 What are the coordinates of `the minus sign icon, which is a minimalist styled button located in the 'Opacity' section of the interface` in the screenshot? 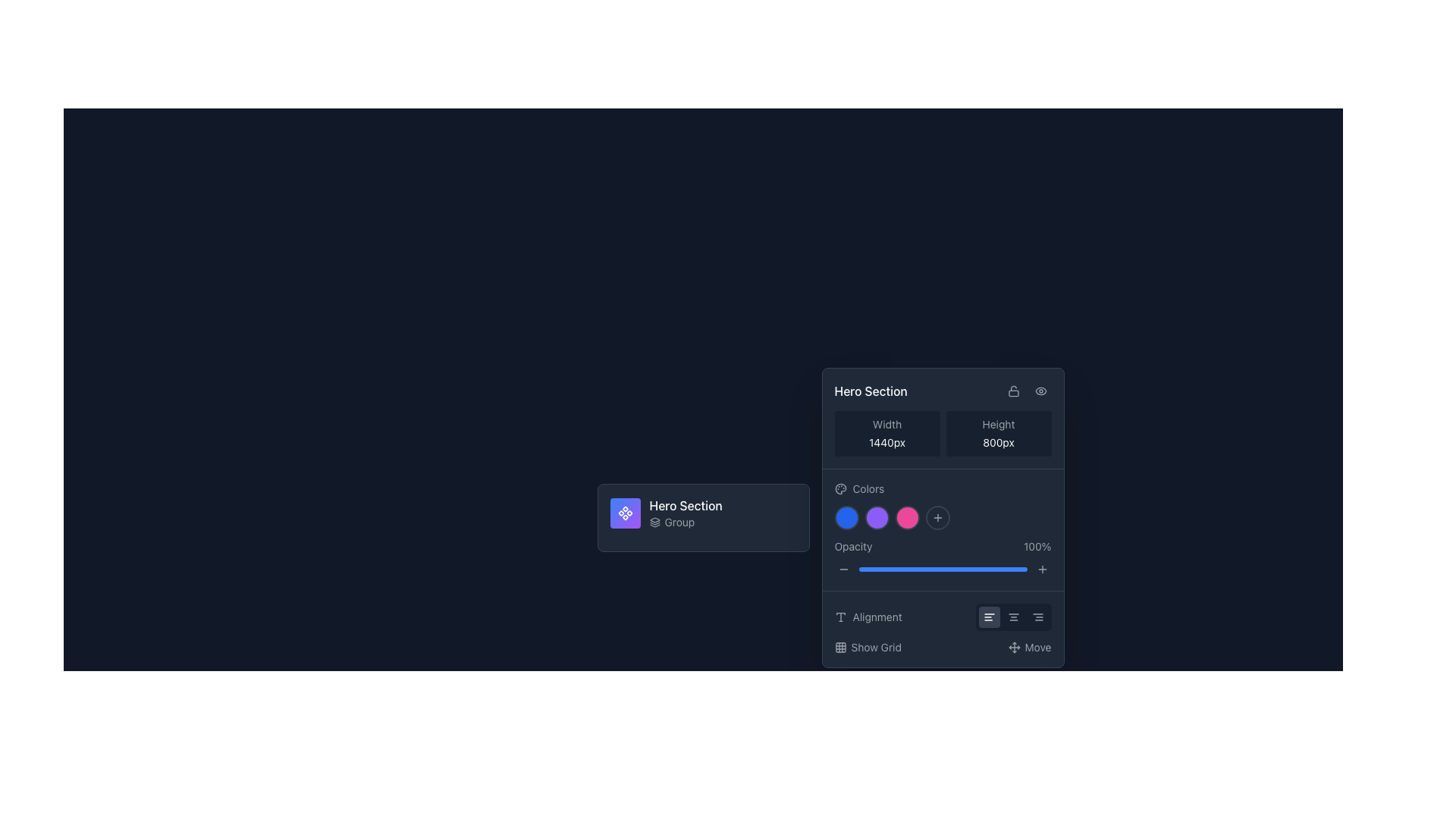 It's located at (843, 570).